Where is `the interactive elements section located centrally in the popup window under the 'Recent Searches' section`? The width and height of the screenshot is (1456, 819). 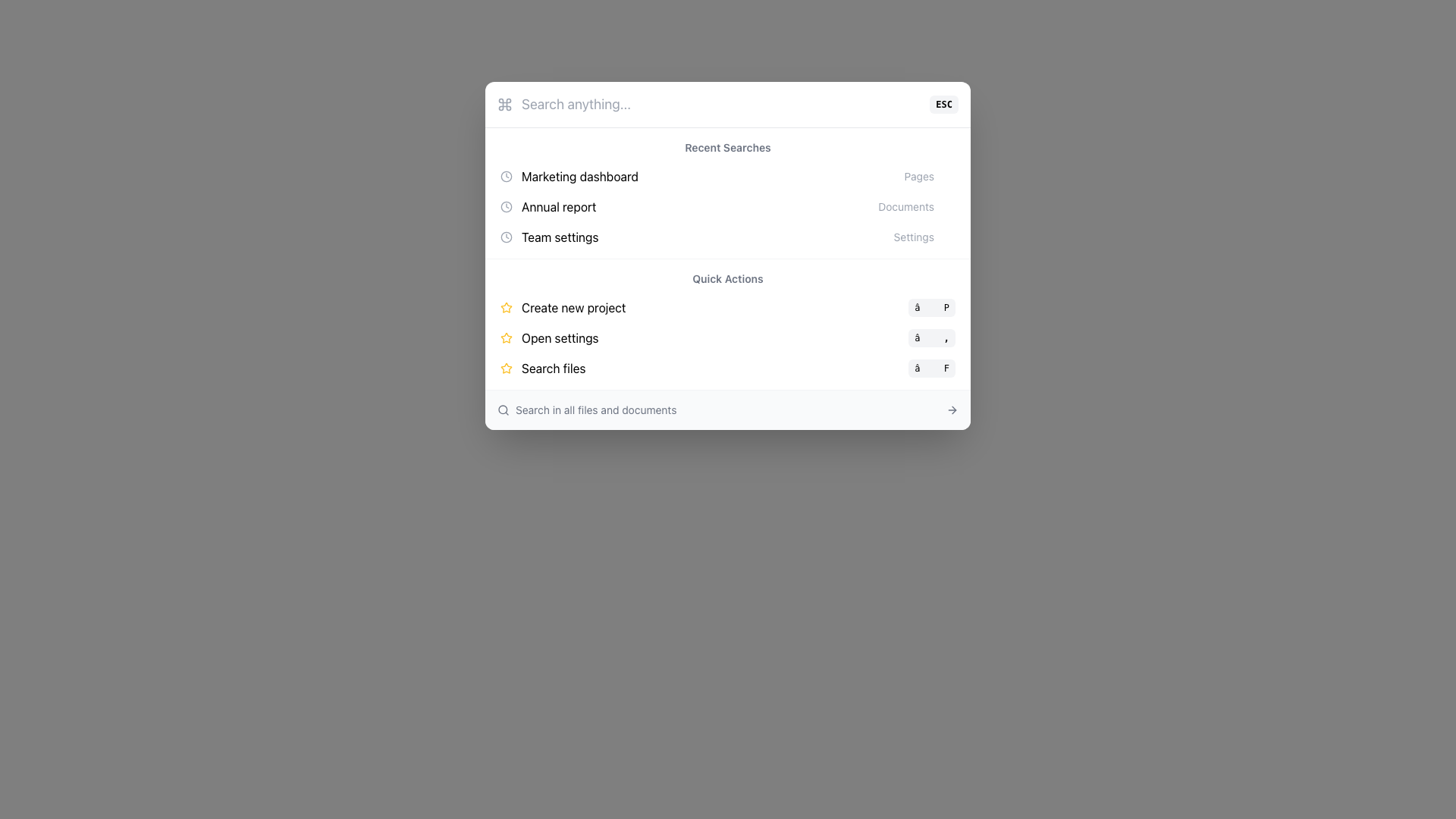
the interactive elements section located centrally in the popup window under the 'Recent Searches' section is located at coordinates (728, 323).